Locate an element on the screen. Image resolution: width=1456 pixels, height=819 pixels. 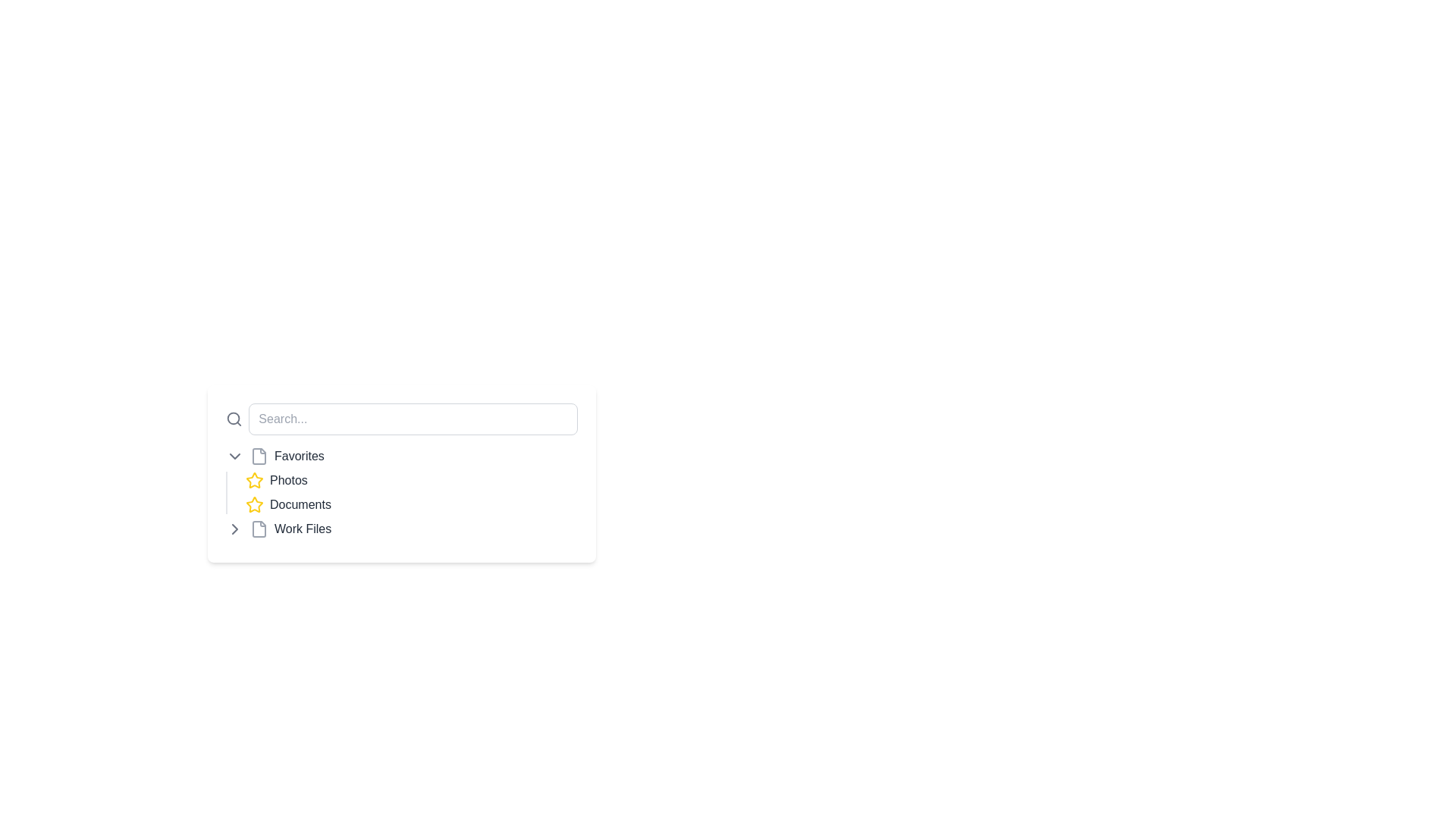
the text label 'Work Files', which is located at the bottommost row of a vertical list, following 'Favorites', 'Photos', and 'Documents' is located at coordinates (303, 529).